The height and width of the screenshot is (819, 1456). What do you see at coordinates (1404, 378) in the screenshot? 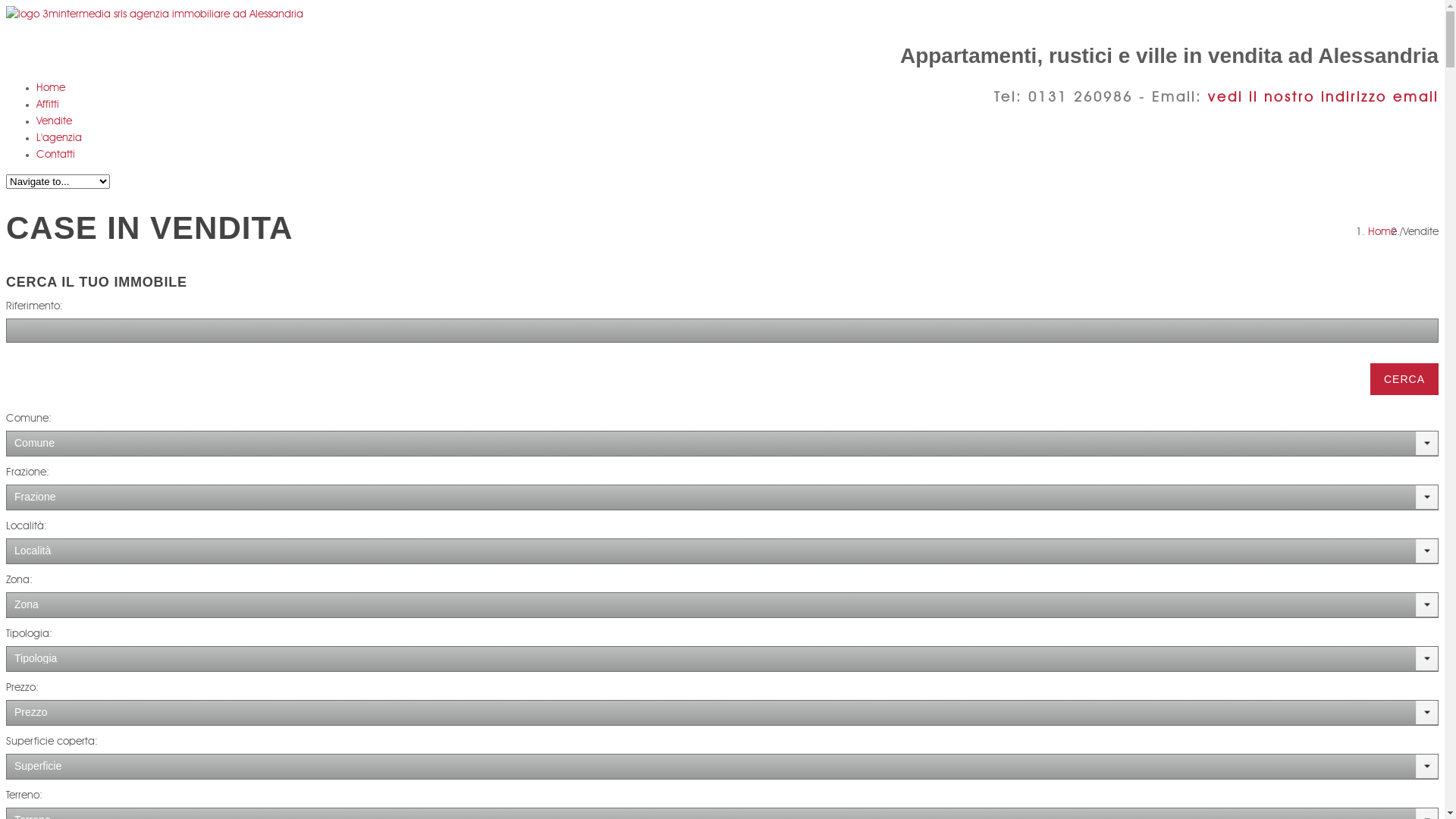
I see `'CERCA'` at bounding box center [1404, 378].